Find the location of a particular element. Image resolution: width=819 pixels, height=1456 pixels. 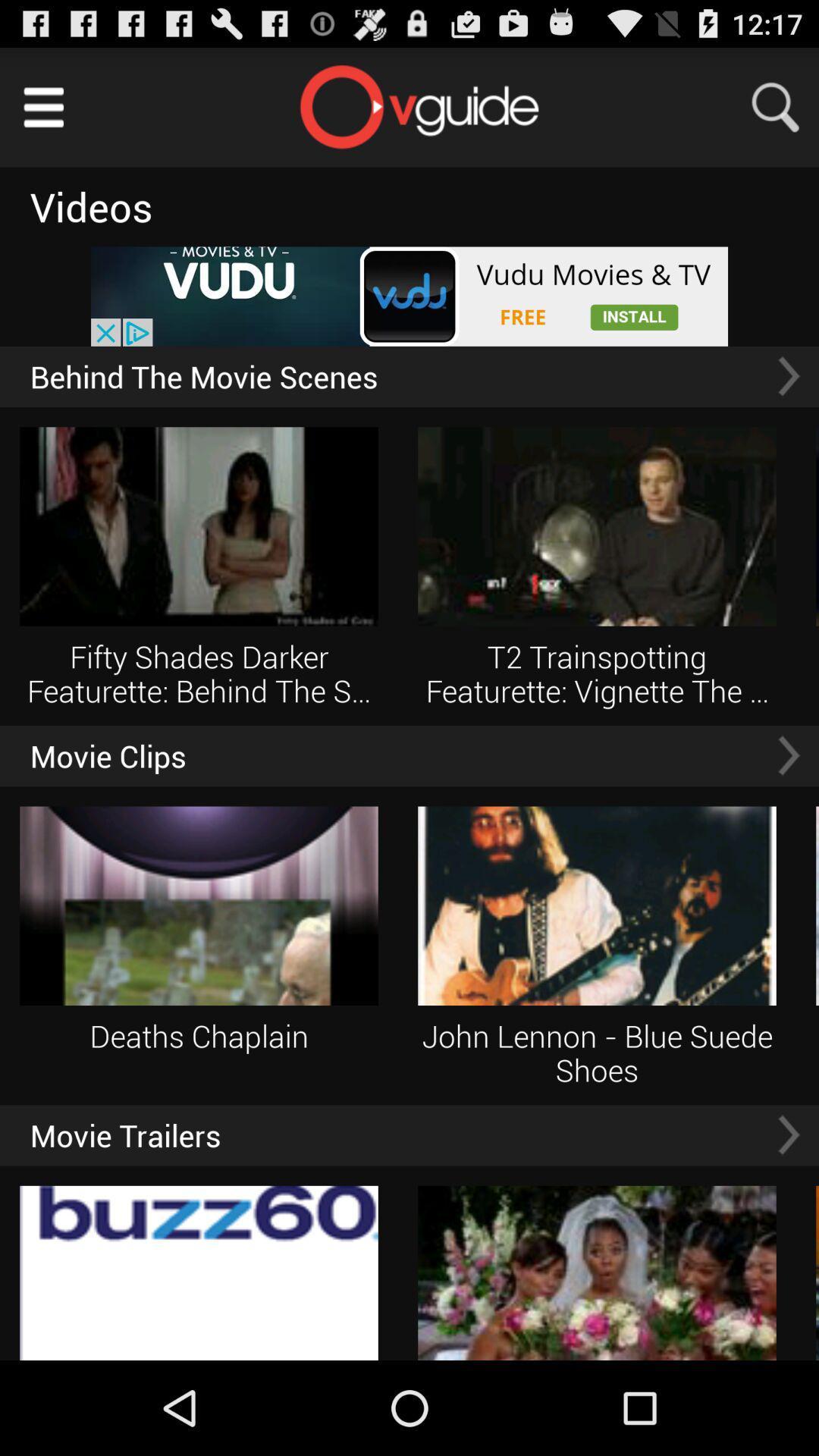

options is located at coordinates (42, 106).